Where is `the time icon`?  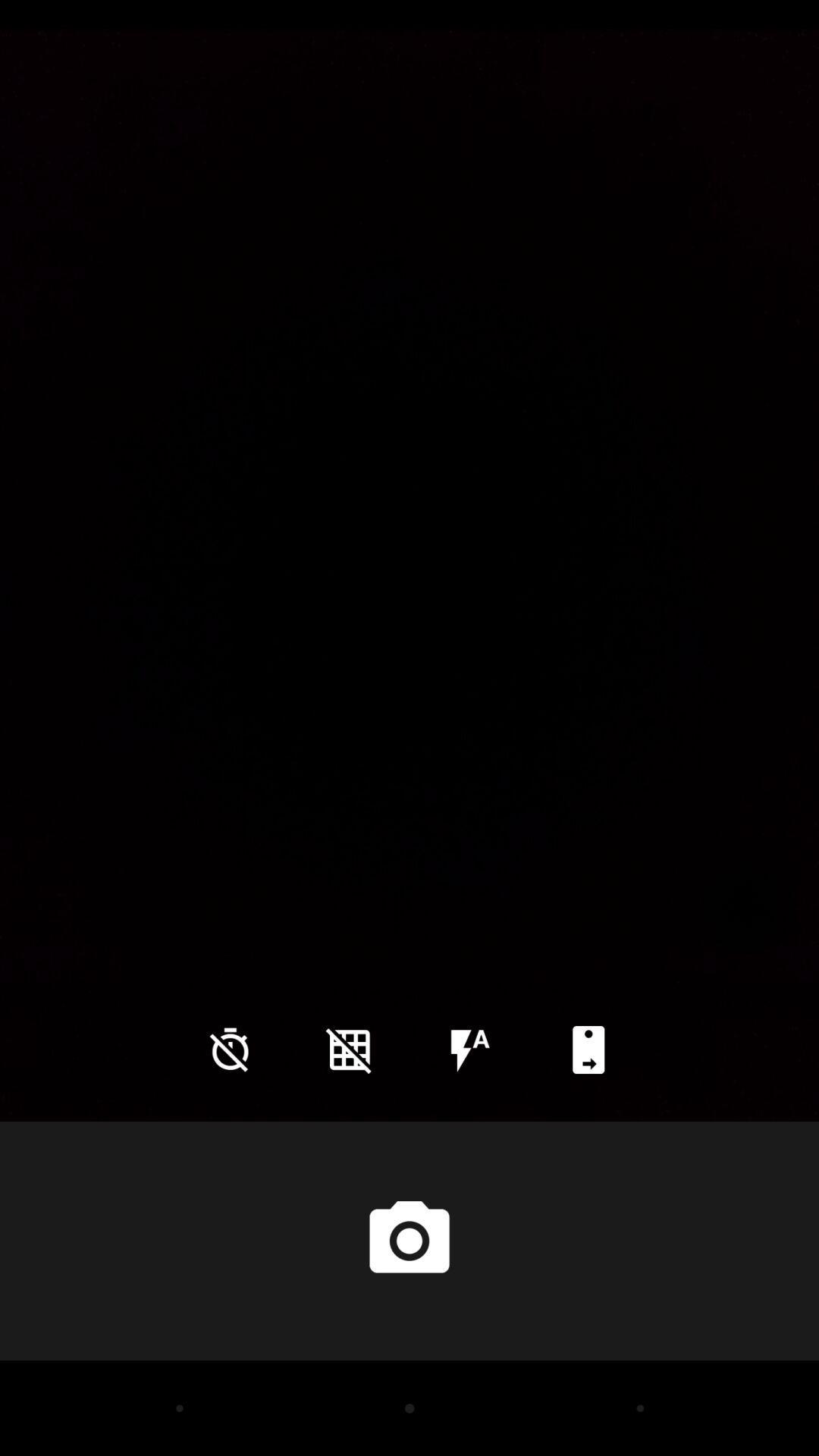
the time icon is located at coordinates (230, 1049).